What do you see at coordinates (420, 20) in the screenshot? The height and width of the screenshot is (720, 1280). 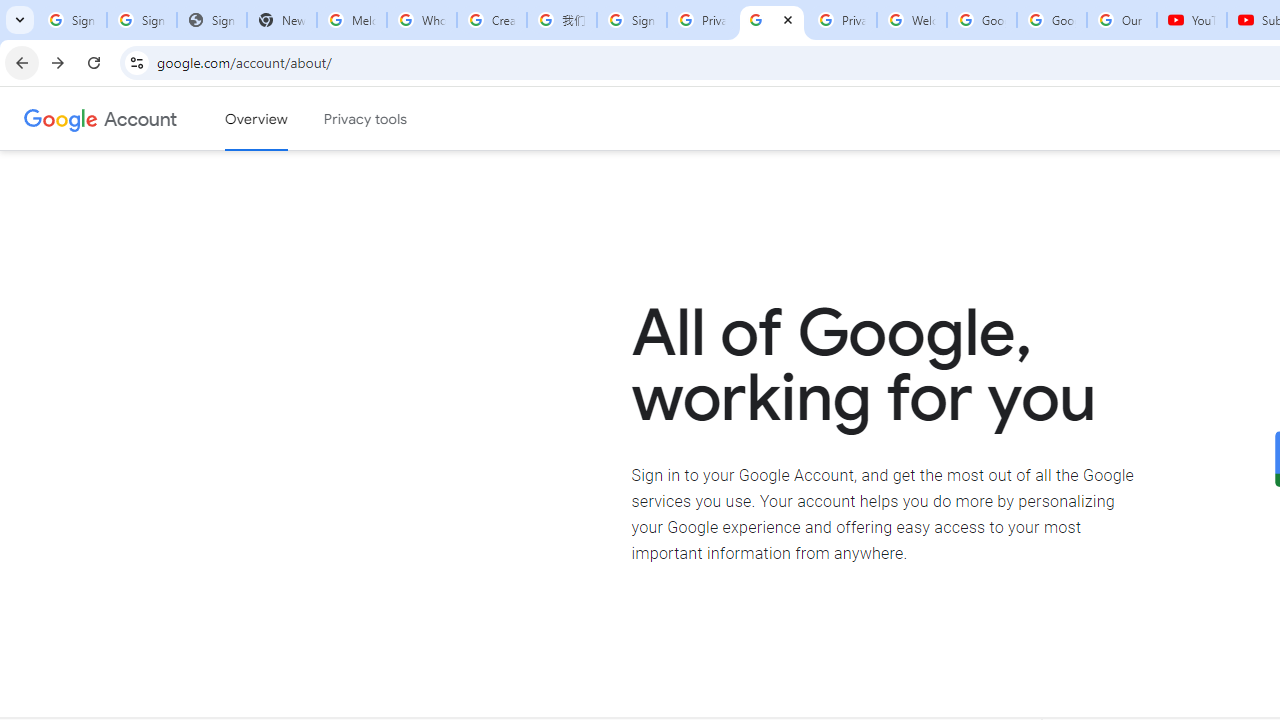 I see `'Who is my administrator? - Google Account Help'` at bounding box center [420, 20].